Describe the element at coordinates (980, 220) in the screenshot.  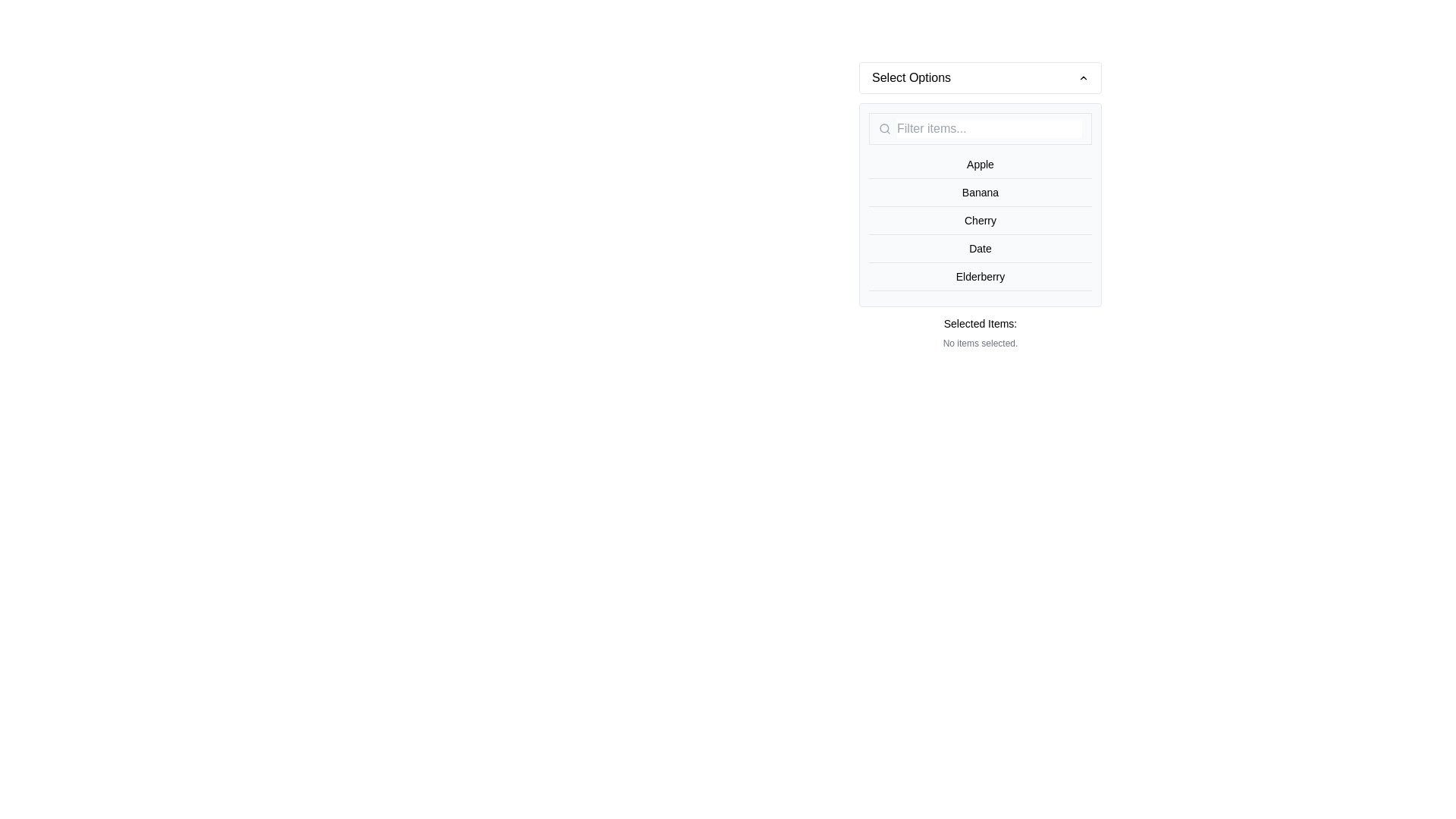
I see `the interactive list item 'Cherry' within the unordered list located in the dropdown menu, which is centrally positioned in the second visual section` at that location.